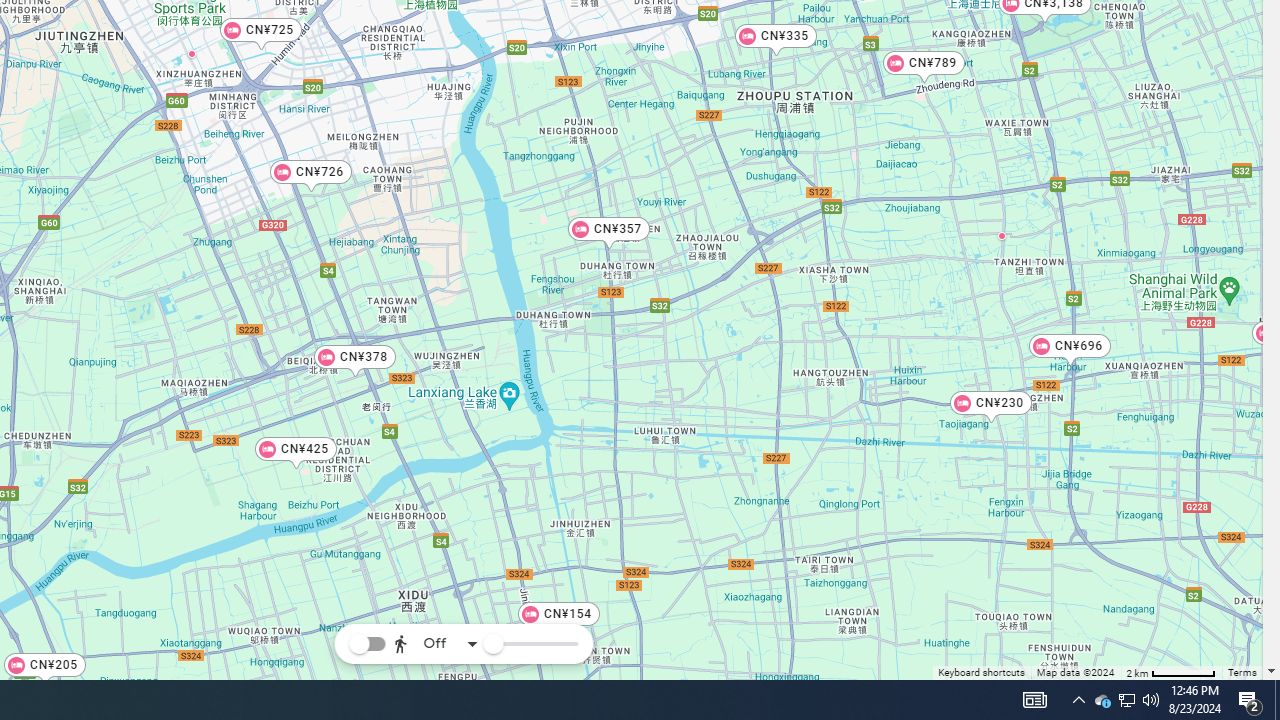 The height and width of the screenshot is (720, 1280). I want to click on 'Keyboard shortcuts', so click(981, 673).